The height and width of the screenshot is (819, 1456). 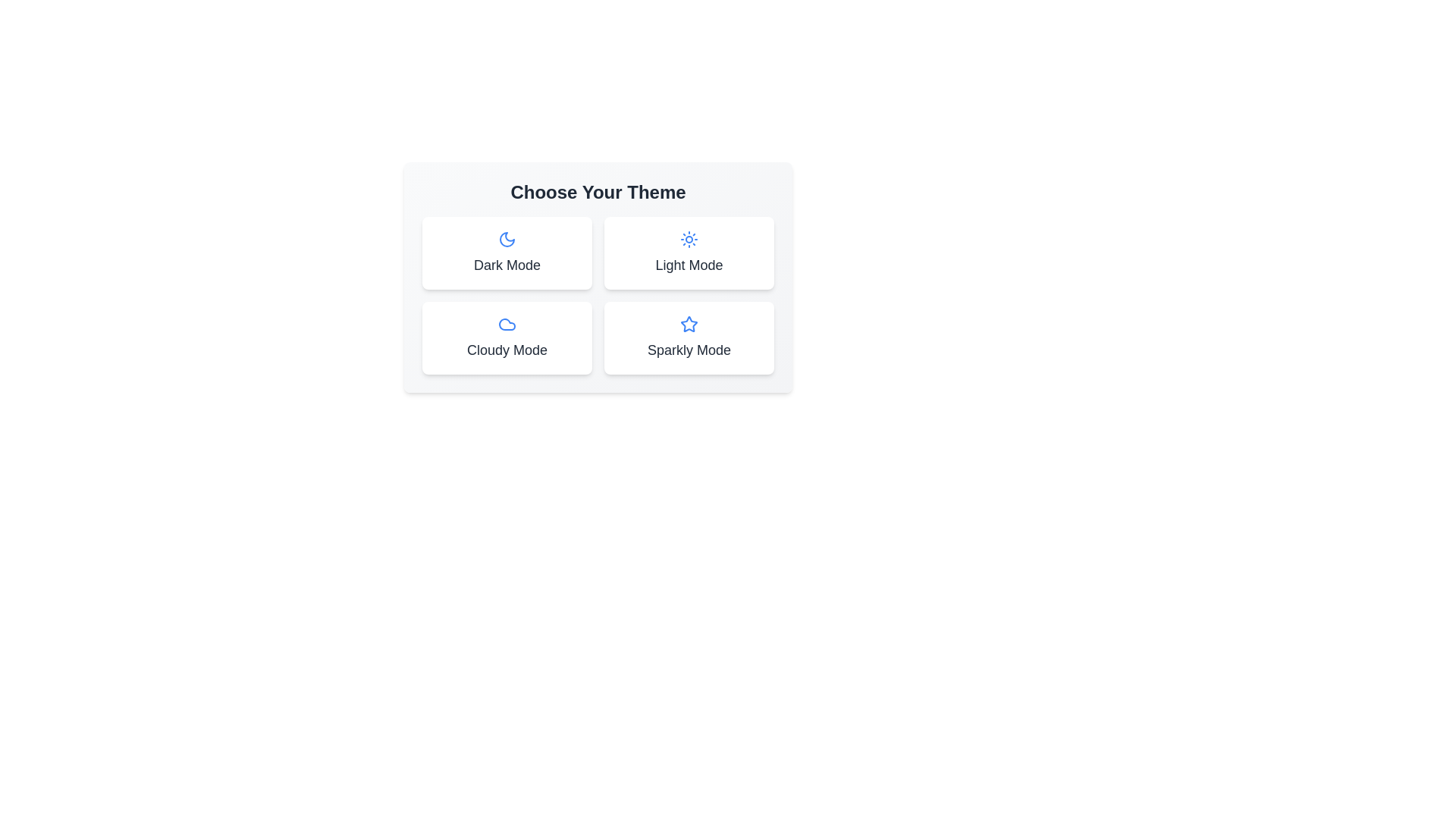 I want to click on the moon icon with a crescent shape, styled with blue lines on a white background, located at the top of the 'Dark Mode' option box in the theme selection grid, so click(x=507, y=239).